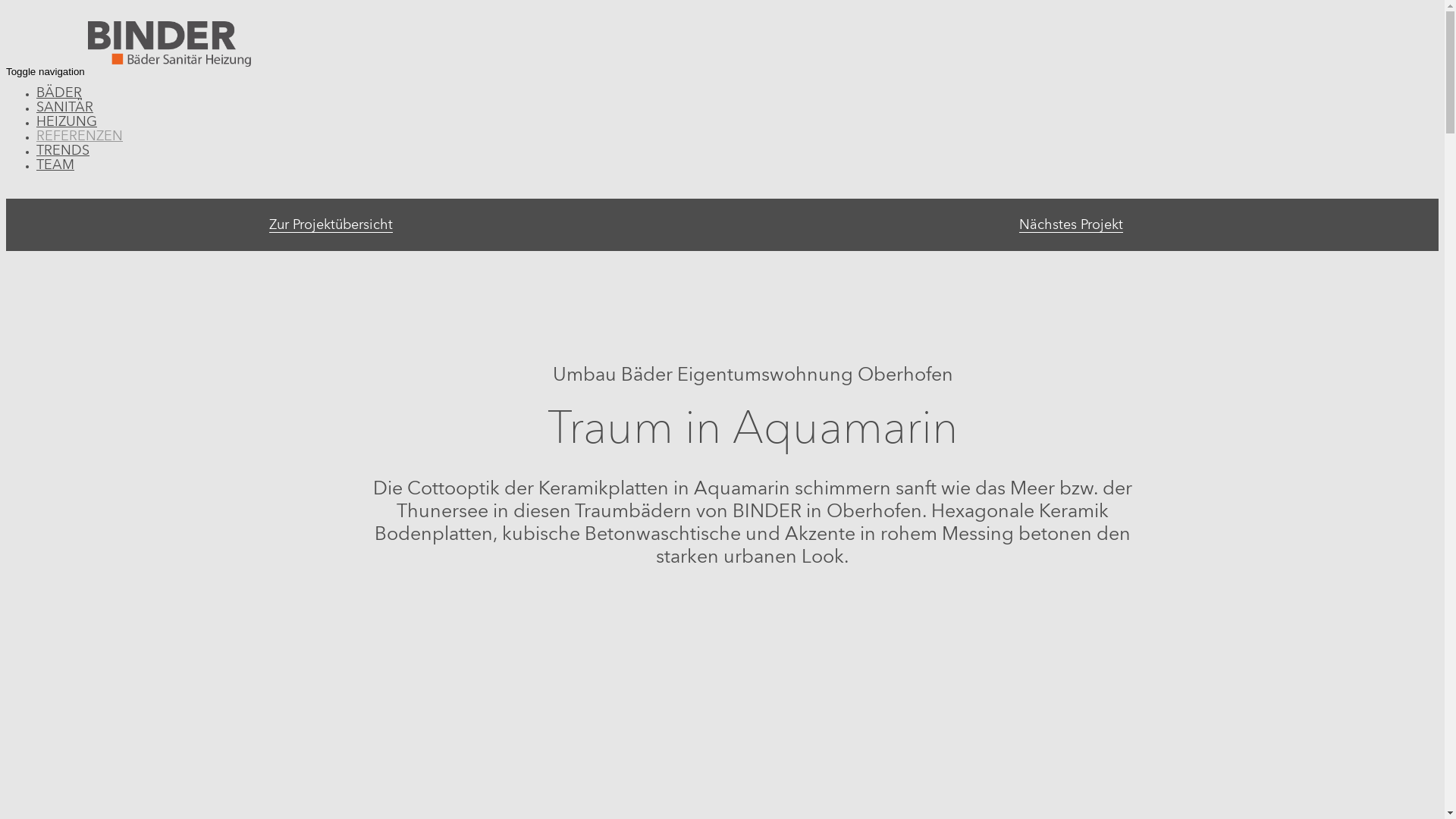 This screenshot has width=1456, height=819. What do you see at coordinates (45, 71) in the screenshot?
I see `'Toggle navigation'` at bounding box center [45, 71].